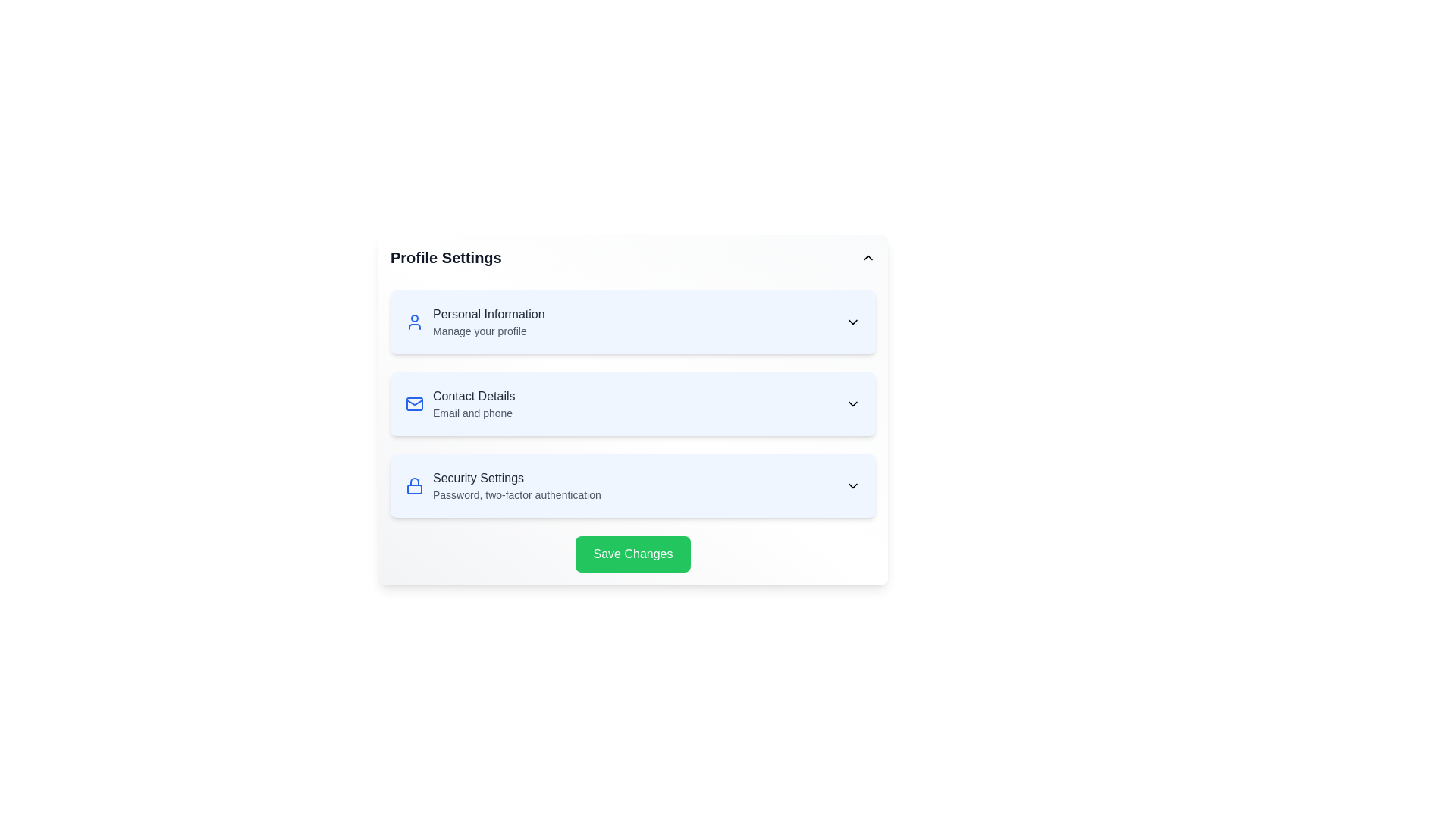 This screenshot has height=819, width=1456. What do you see at coordinates (415, 489) in the screenshot?
I see `the rectangular part of the lock icon, which represents the body of the lock, indicating a security or privacy feature` at bounding box center [415, 489].